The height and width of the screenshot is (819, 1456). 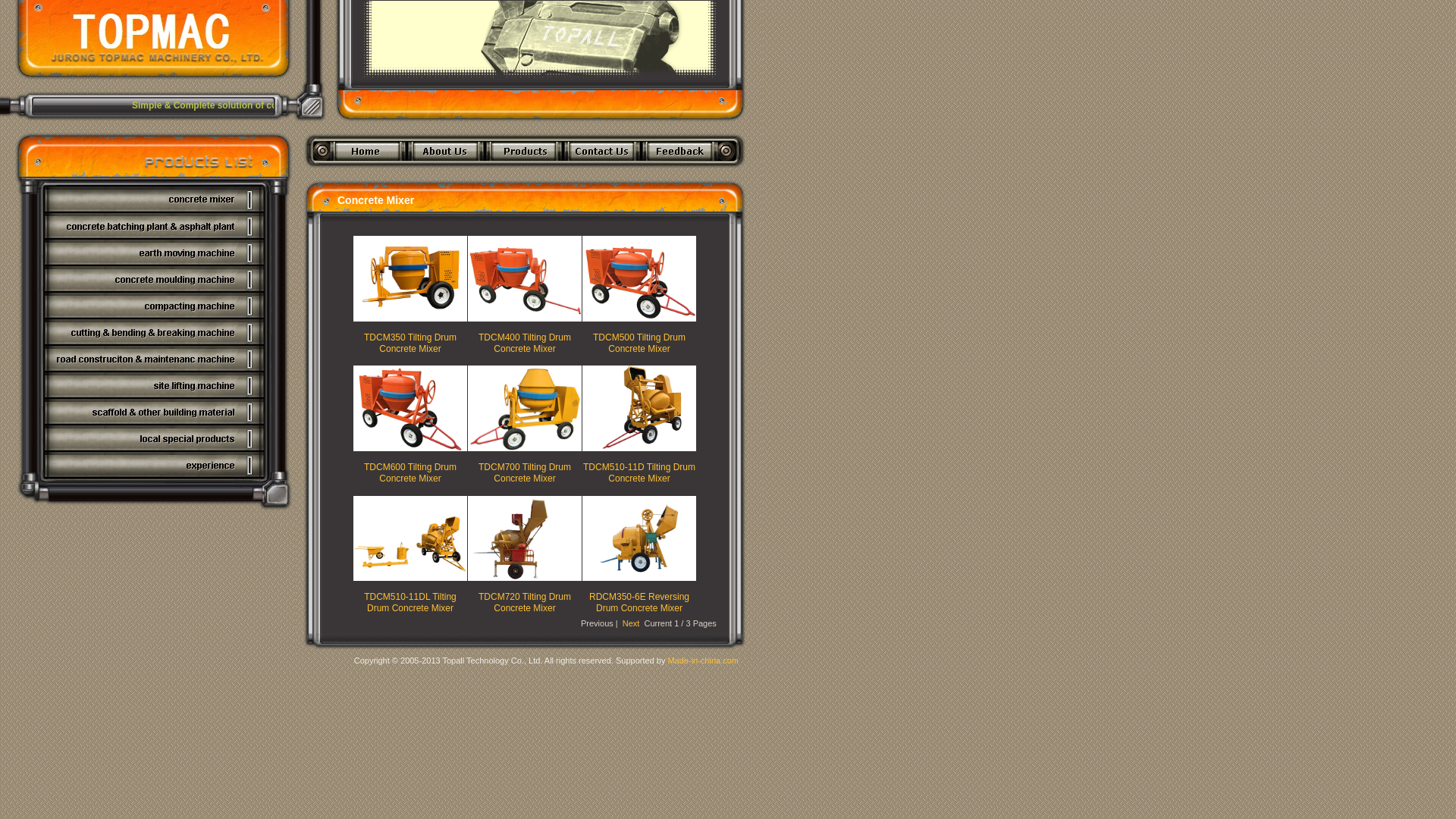 What do you see at coordinates (524, 472) in the screenshot?
I see `'TDCM700 Tilting Drum Concrete Mixer'` at bounding box center [524, 472].